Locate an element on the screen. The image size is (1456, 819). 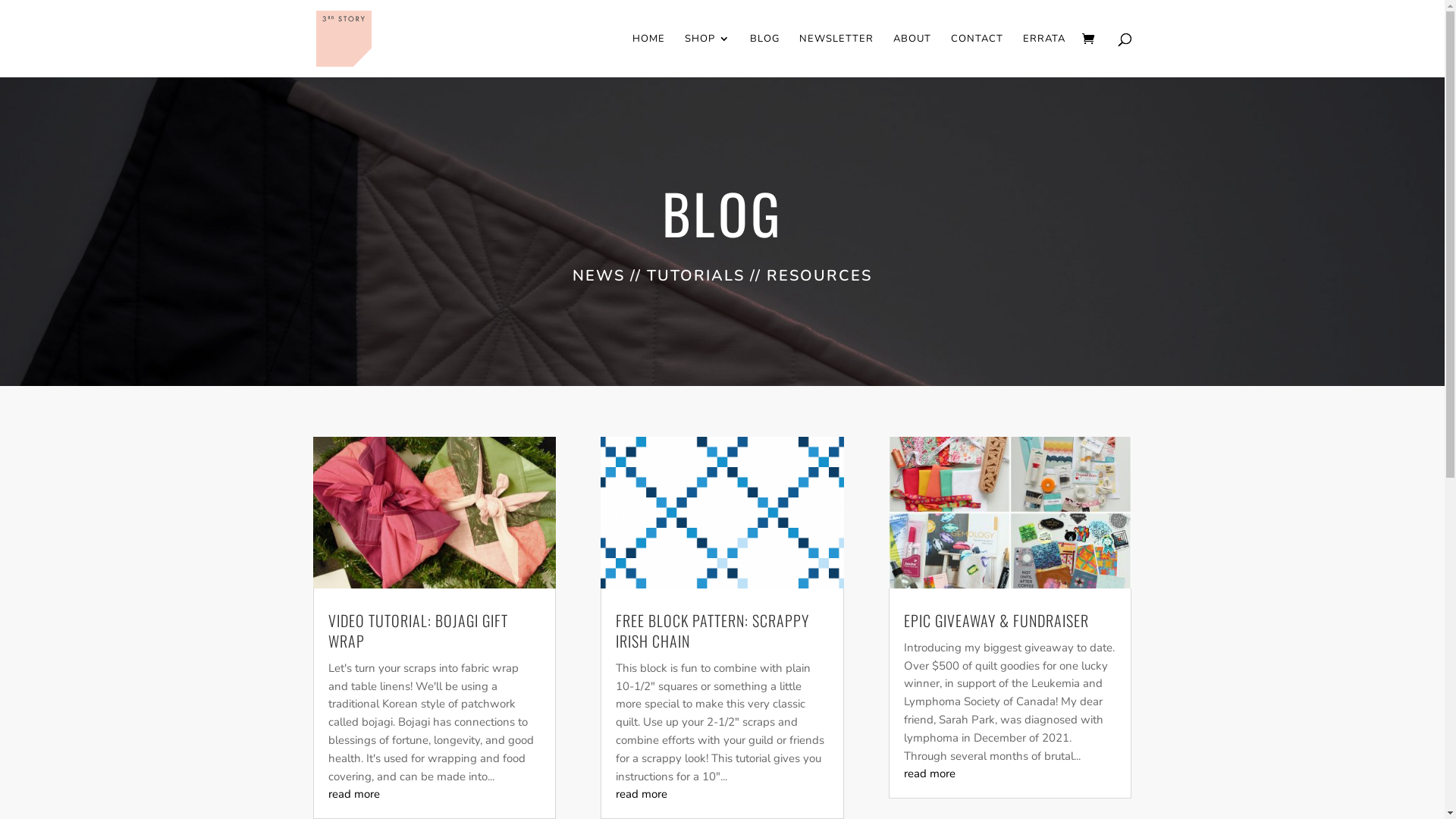
'CONTACT' is located at coordinates (977, 55).